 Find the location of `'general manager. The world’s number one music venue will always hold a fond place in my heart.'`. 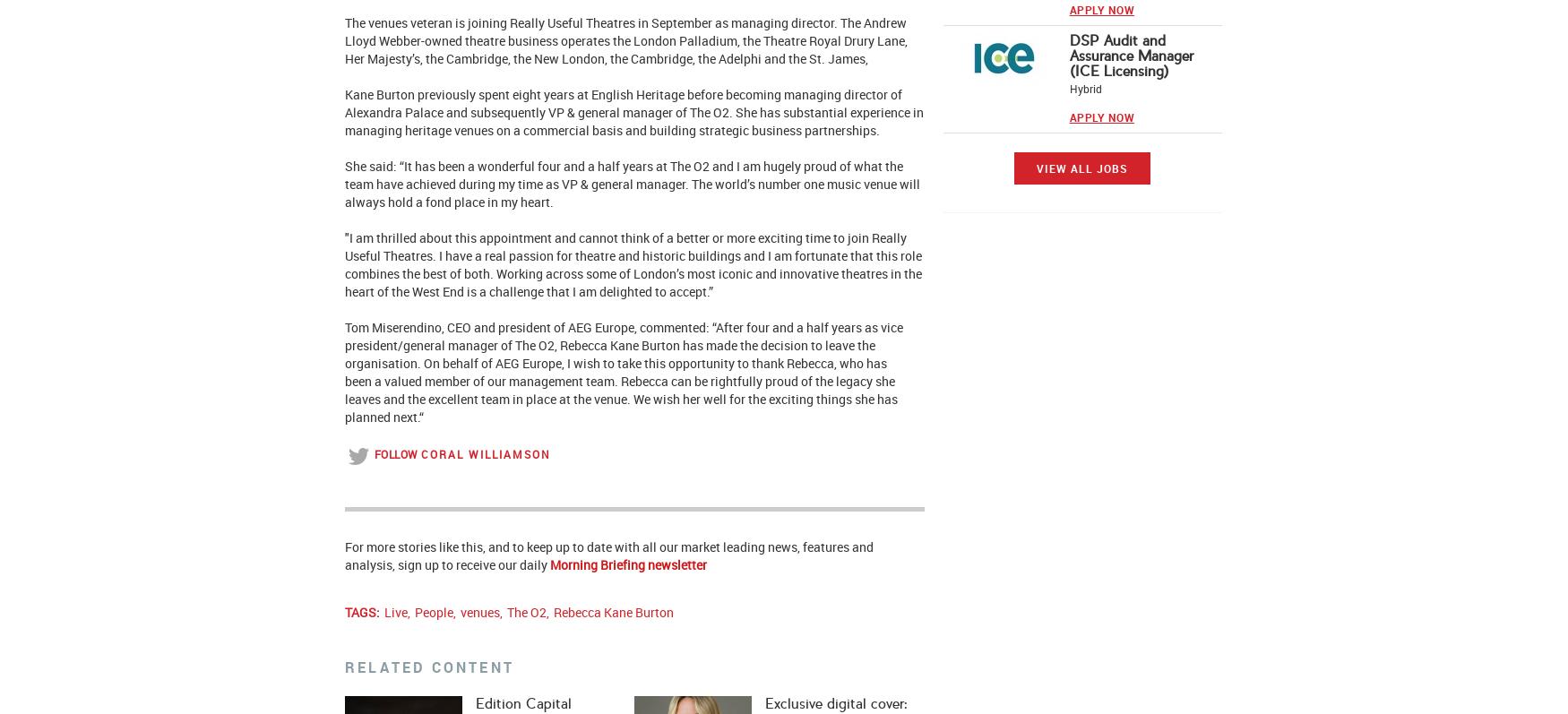

'general manager. The world’s number one music venue will always hold a fond place in my heart.' is located at coordinates (632, 192).